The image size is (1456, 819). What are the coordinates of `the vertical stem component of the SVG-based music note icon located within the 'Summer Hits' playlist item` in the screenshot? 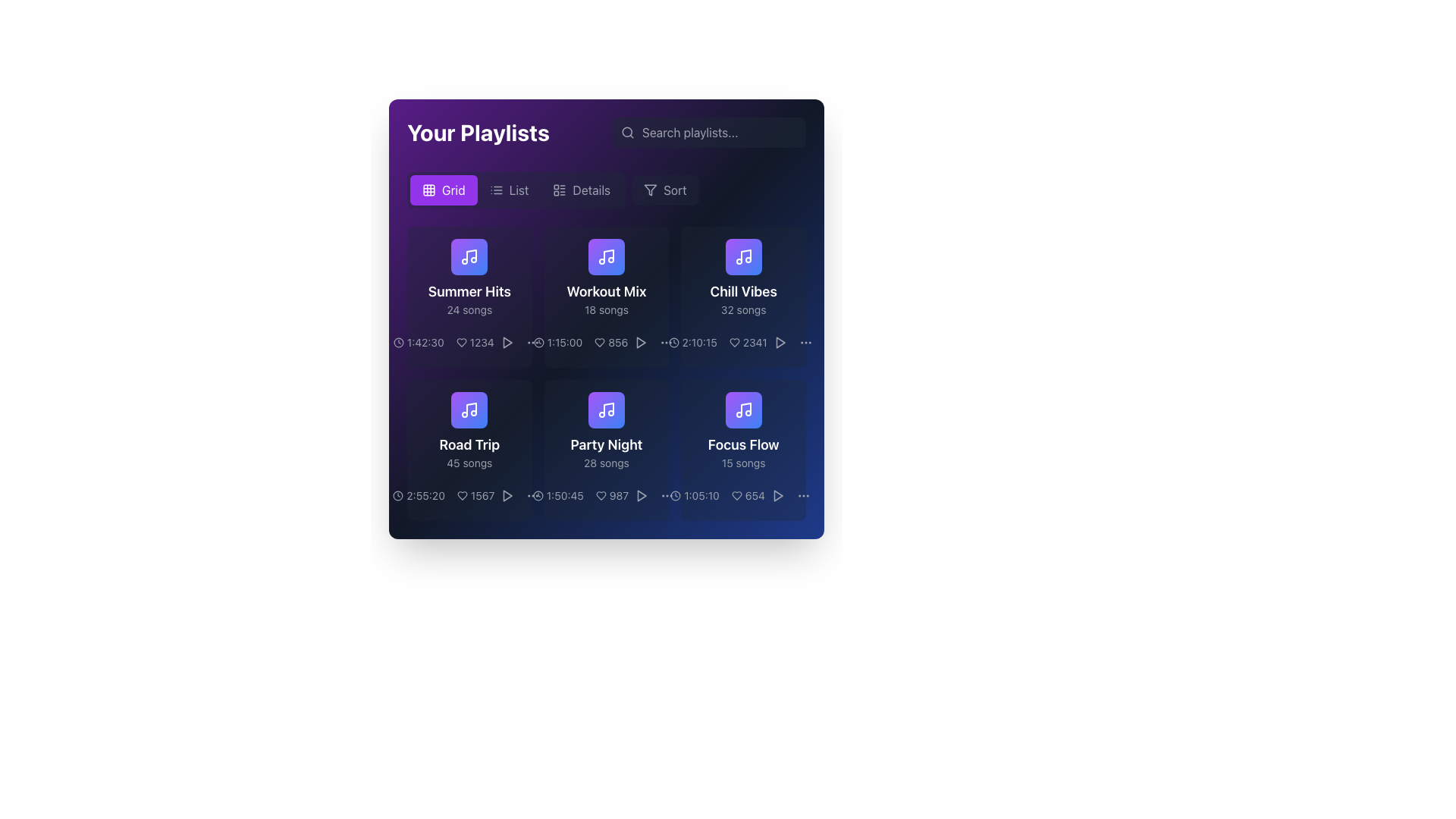 It's located at (471, 255).